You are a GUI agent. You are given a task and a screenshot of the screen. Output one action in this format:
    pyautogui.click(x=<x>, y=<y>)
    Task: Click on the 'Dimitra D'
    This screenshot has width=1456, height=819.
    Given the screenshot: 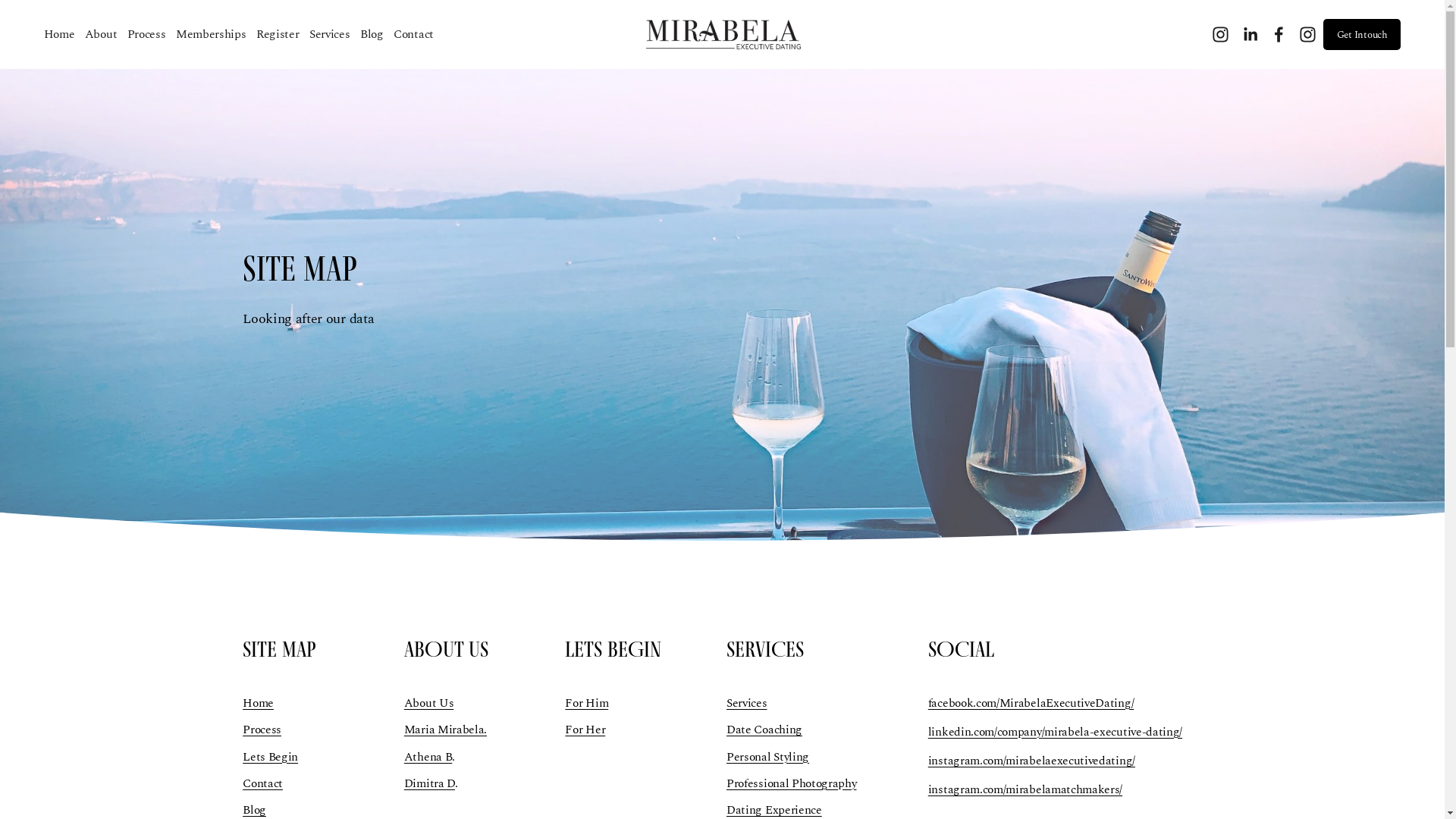 What is the action you would take?
    pyautogui.click(x=428, y=783)
    